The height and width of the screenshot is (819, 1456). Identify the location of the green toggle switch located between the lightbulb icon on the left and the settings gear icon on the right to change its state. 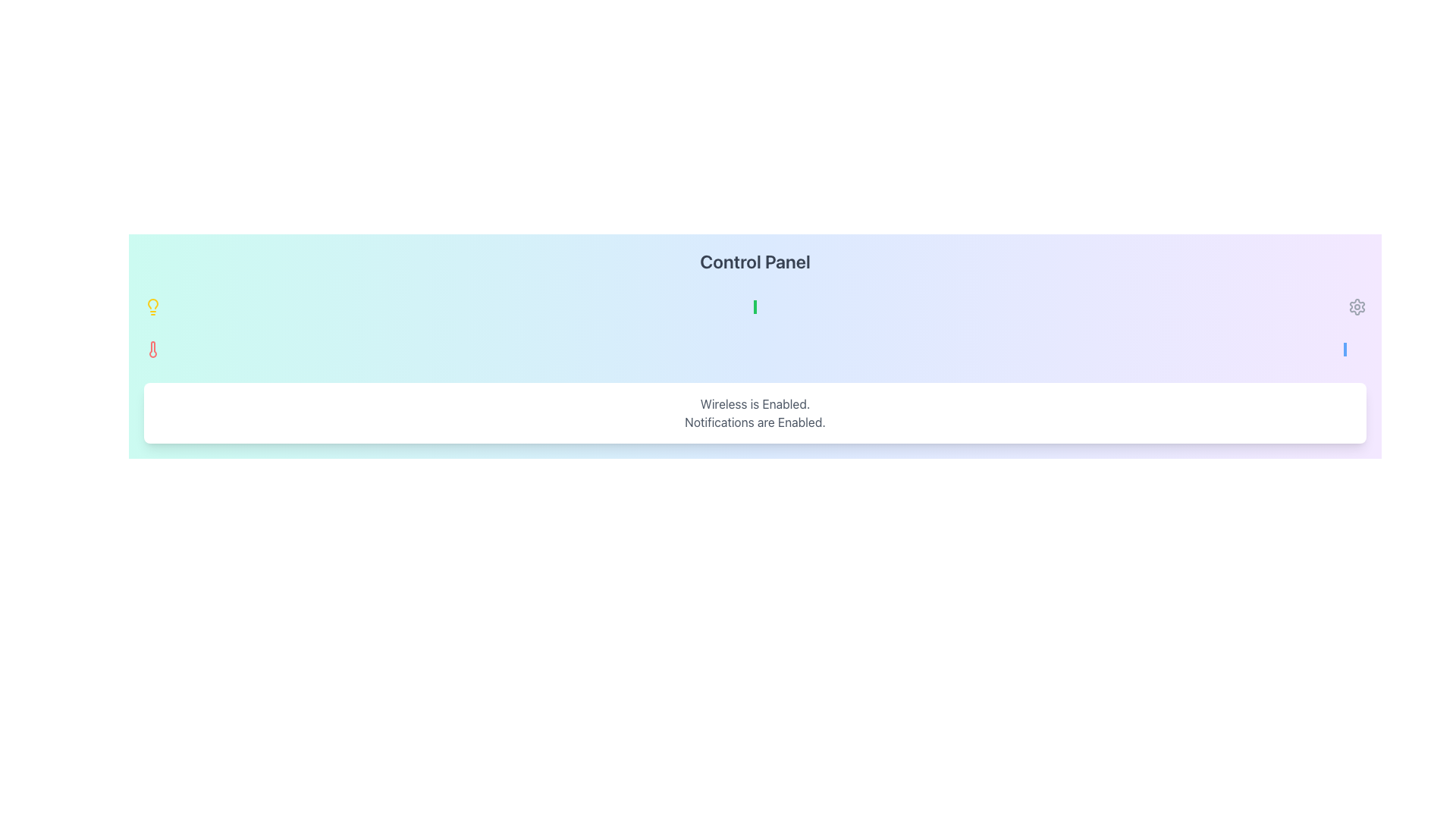
(755, 307).